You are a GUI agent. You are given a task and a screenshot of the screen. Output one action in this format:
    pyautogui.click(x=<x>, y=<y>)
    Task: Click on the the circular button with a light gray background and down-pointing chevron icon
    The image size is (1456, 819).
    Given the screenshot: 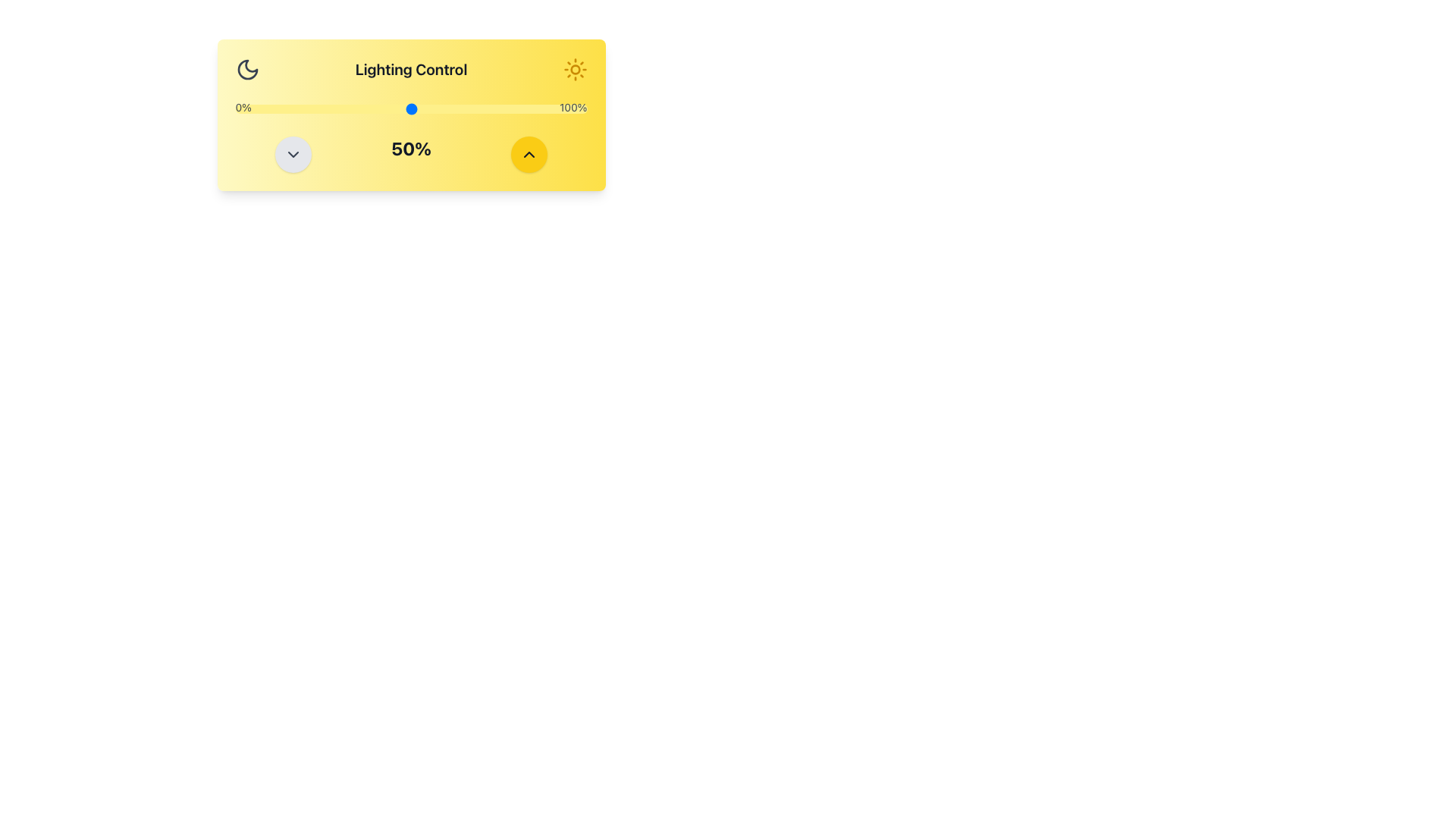 What is the action you would take?
    pyautogui.click(x=293, y=155)
    